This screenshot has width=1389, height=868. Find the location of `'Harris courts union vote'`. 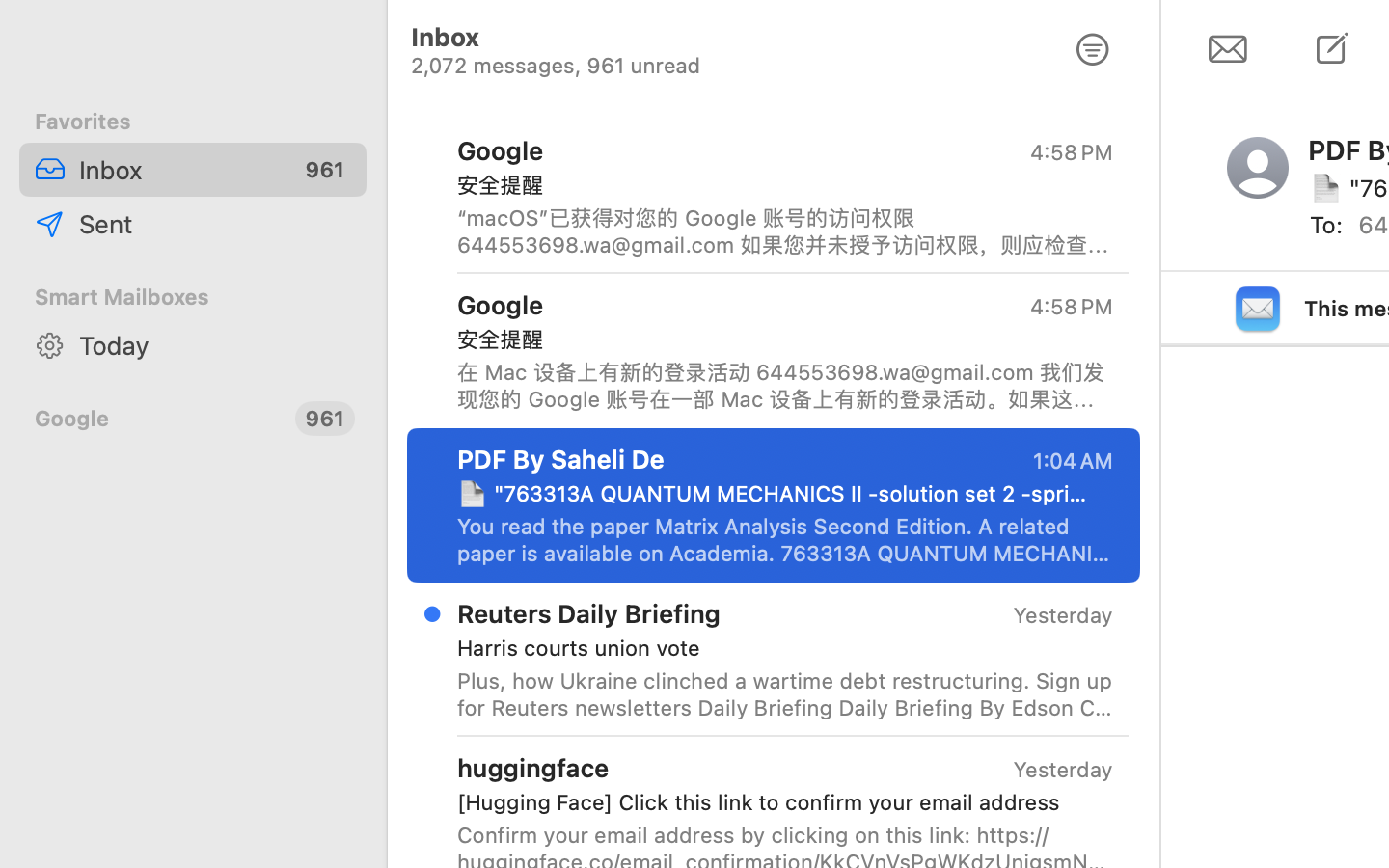

'Harris courts union vote' is located at coordinates (776, 648).